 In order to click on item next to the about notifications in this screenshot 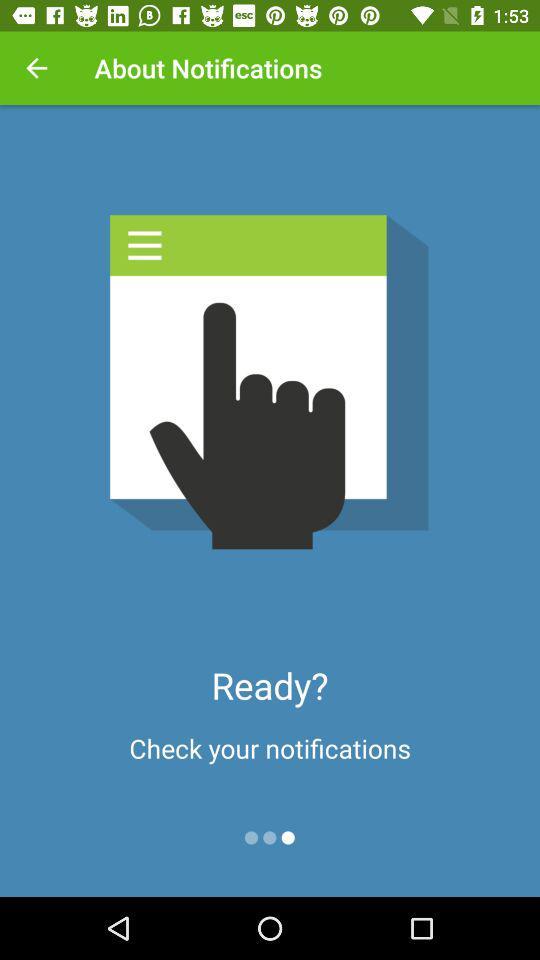, I will do `click(36, 68)`.